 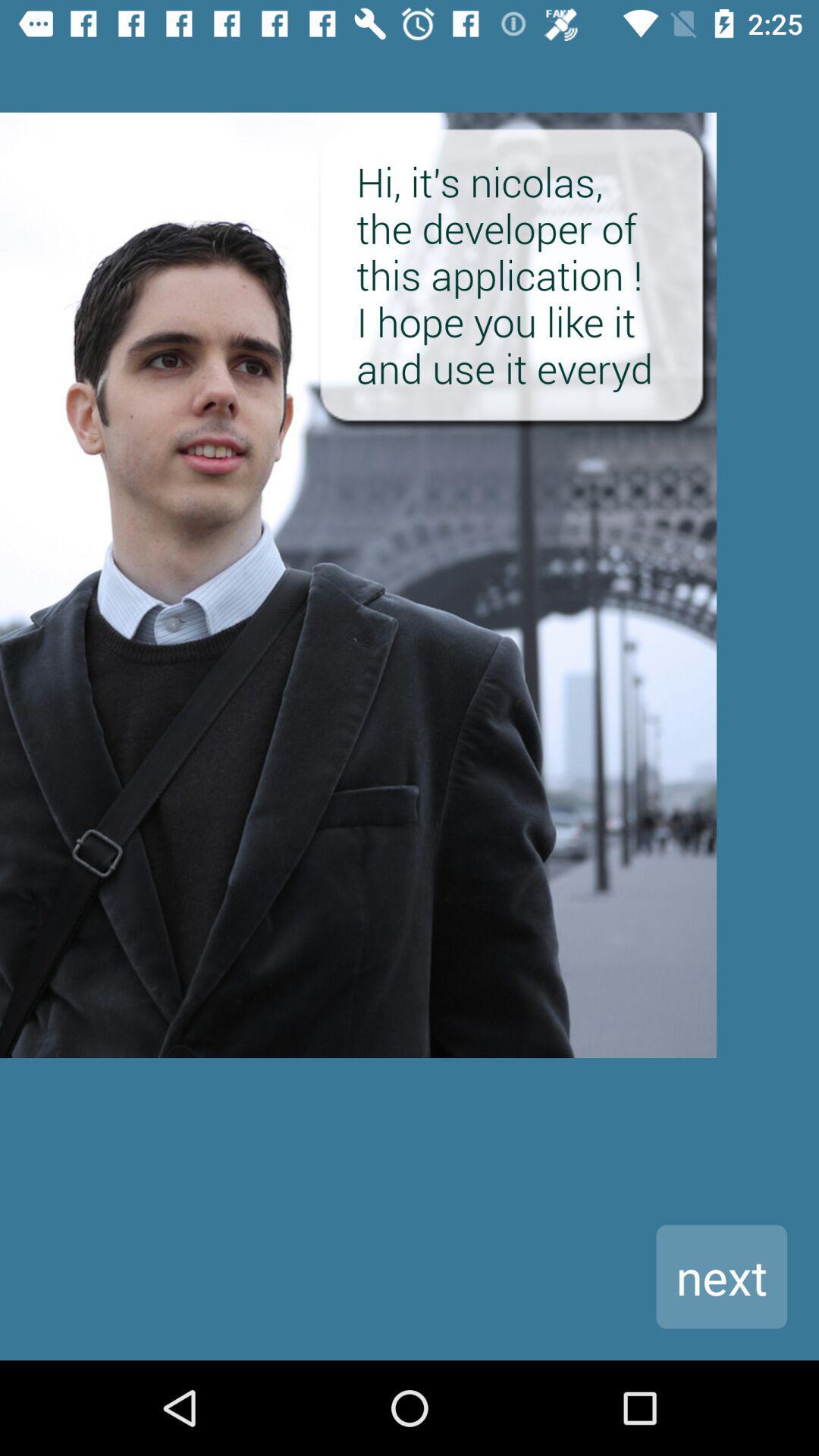 I want to click on icon at the bottom right corner, so click(x=720, y=1276).